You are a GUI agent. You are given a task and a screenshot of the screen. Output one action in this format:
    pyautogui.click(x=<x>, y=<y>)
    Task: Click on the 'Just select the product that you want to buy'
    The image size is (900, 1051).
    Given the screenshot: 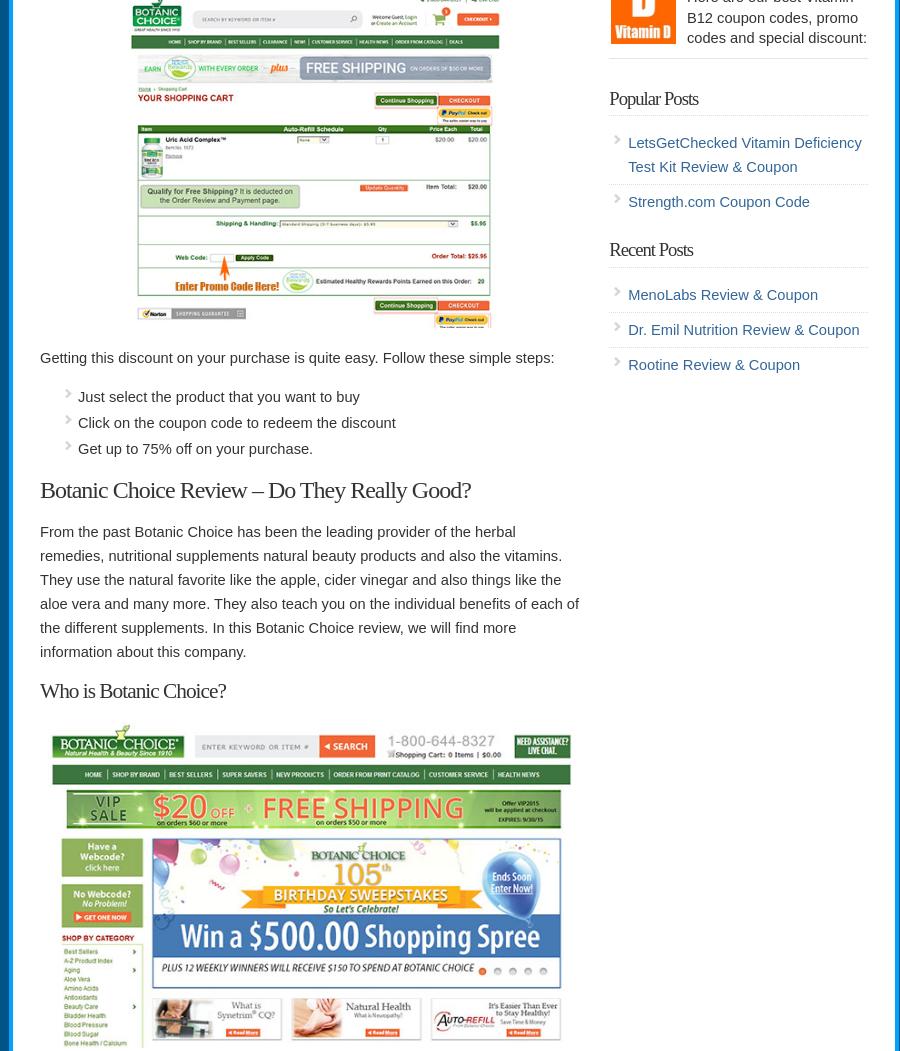 What is the action you would take?
    pyautogui.click(x=218, y=395)
    